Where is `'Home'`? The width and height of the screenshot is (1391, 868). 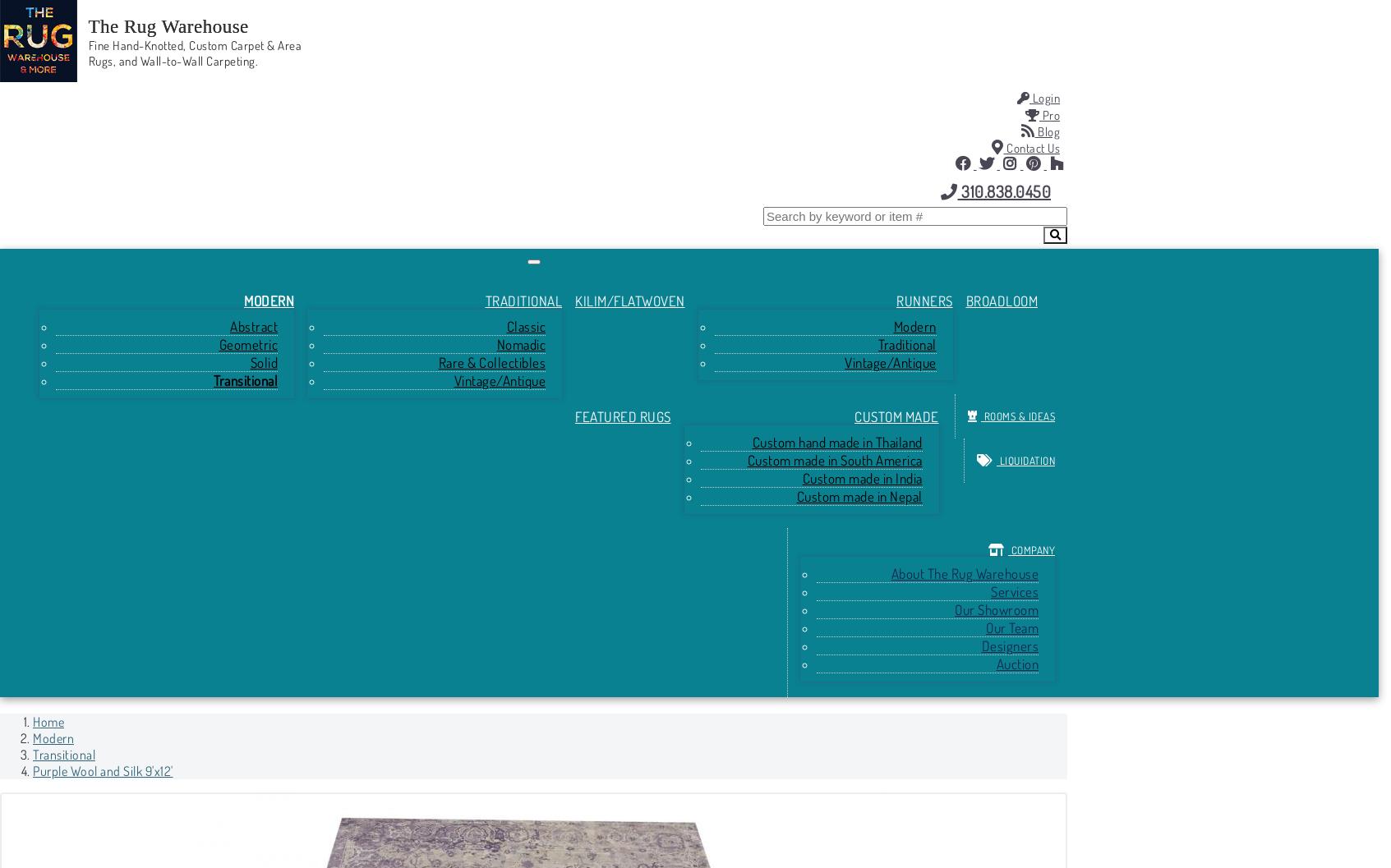 'Home' is located at coordinates (47, 721).